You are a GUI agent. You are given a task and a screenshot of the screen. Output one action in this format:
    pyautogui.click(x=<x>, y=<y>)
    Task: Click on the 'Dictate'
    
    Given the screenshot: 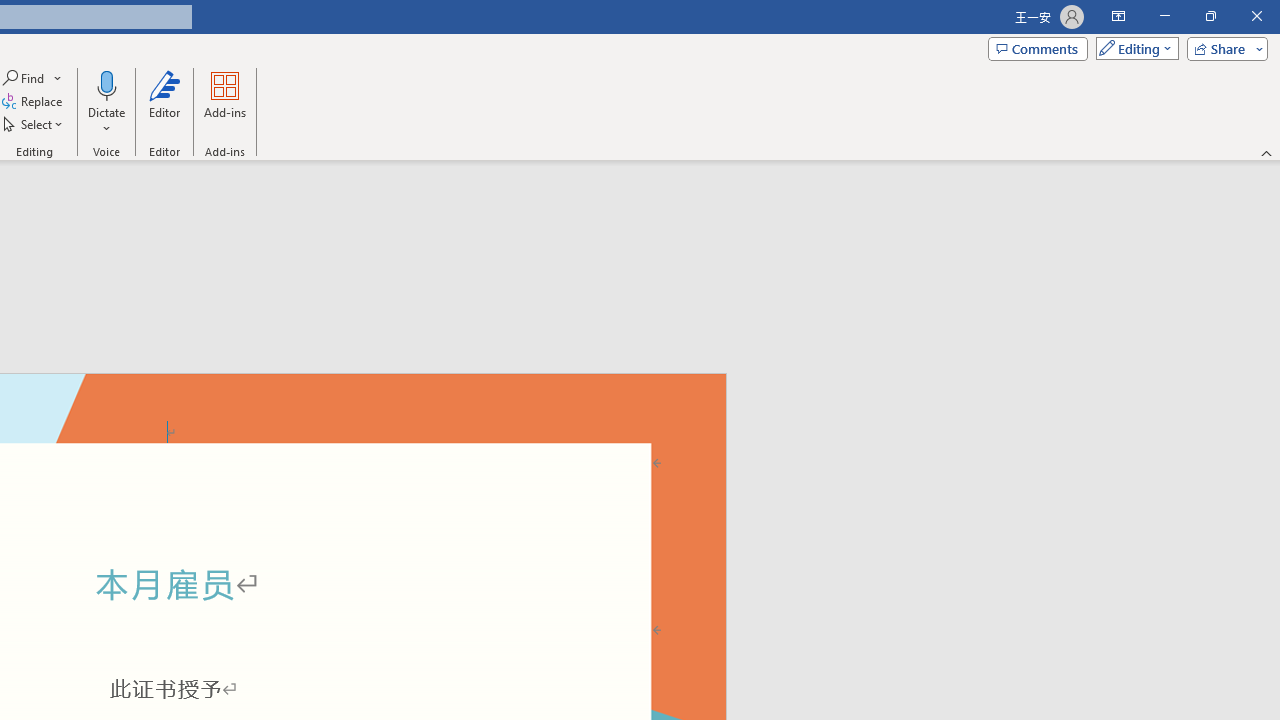 What is the action you would take?
    pyautogui.click(x=105, y=103)
    